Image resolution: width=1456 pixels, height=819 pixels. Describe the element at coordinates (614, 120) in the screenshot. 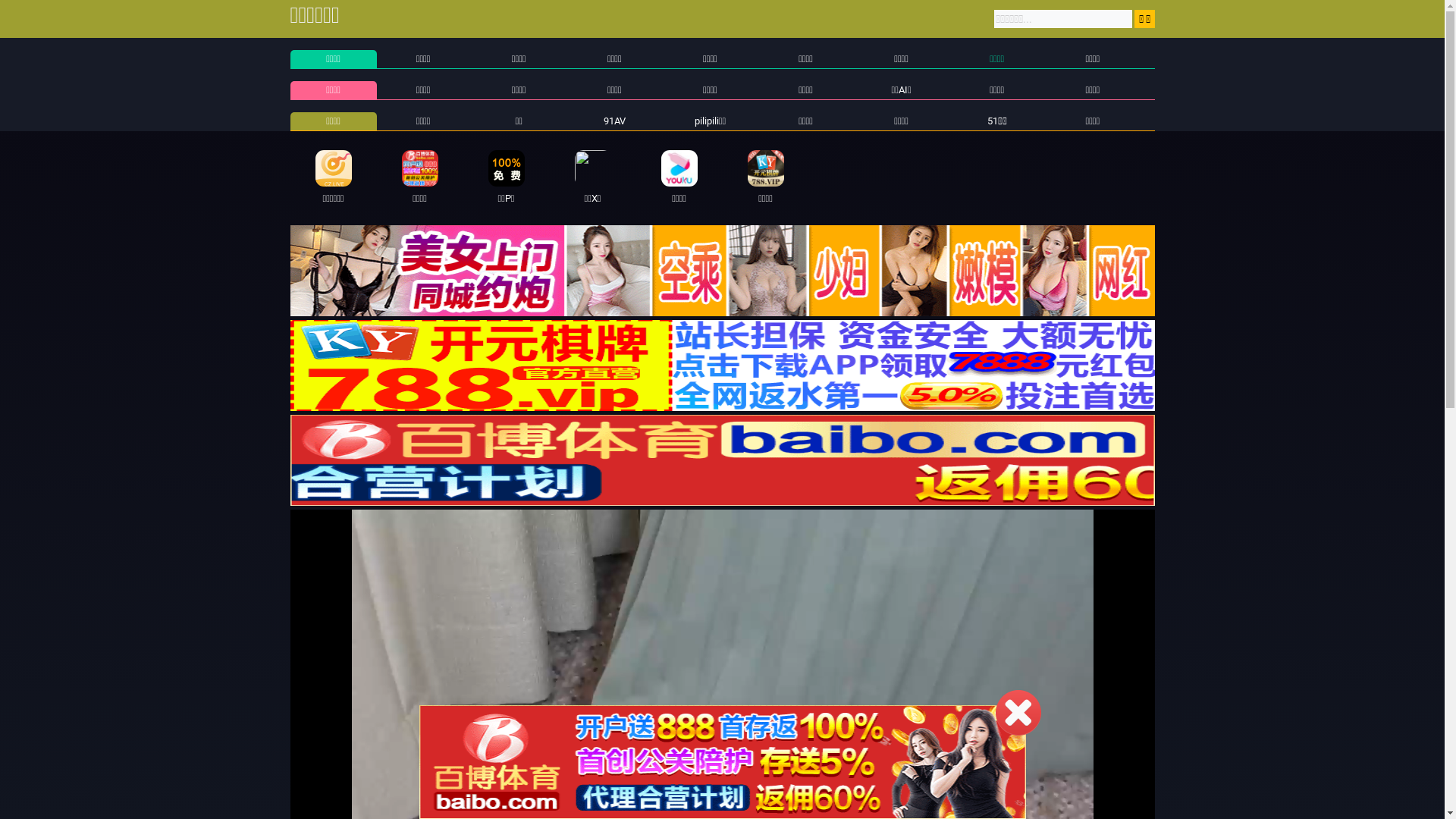

I see `'91AV'` at that location.